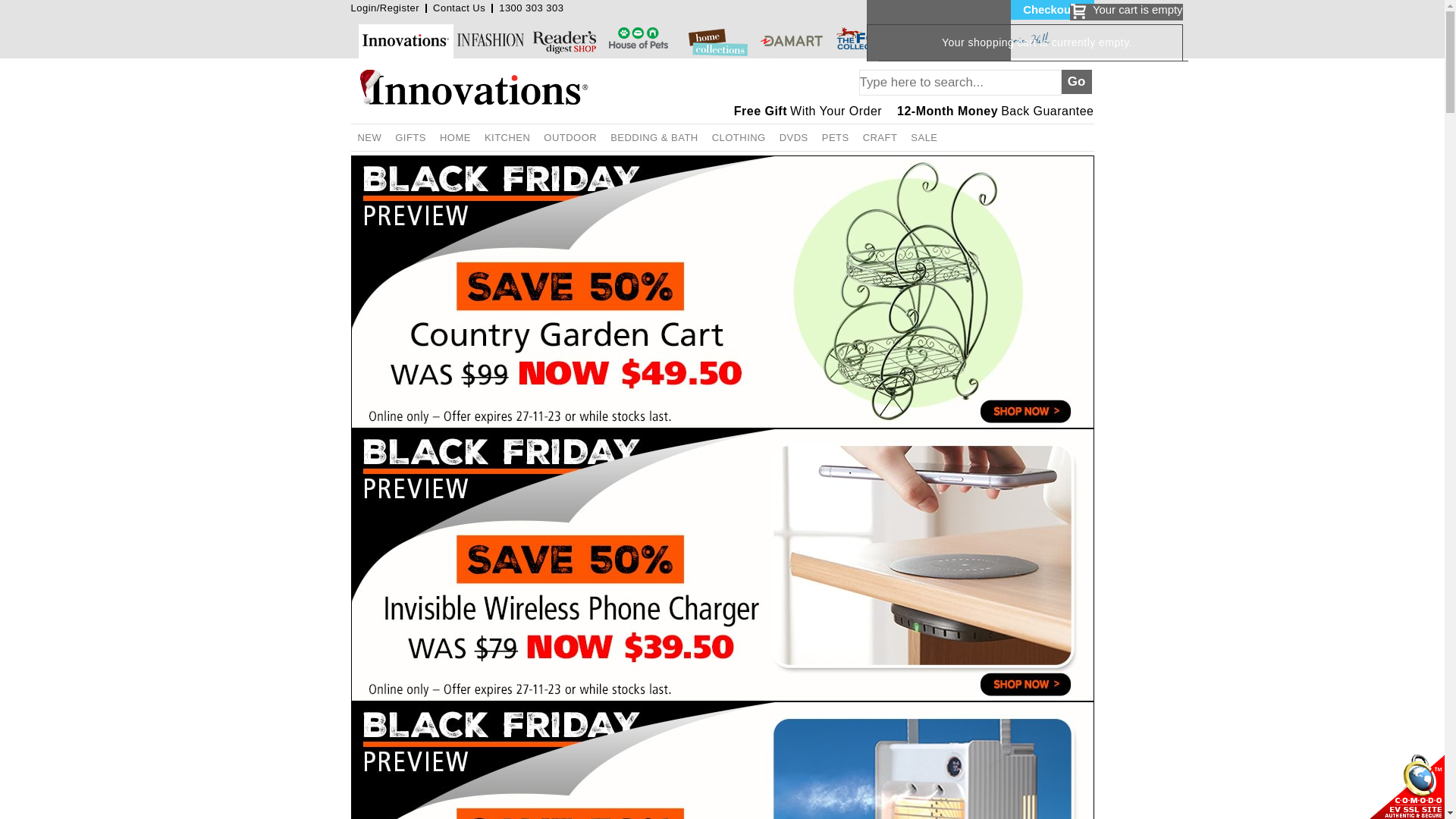 This screenshot has width=1456, height=819. Describe the element at coordinates (1069, 11) in the screenshot. I see `'Your cart is empty'` at that location.